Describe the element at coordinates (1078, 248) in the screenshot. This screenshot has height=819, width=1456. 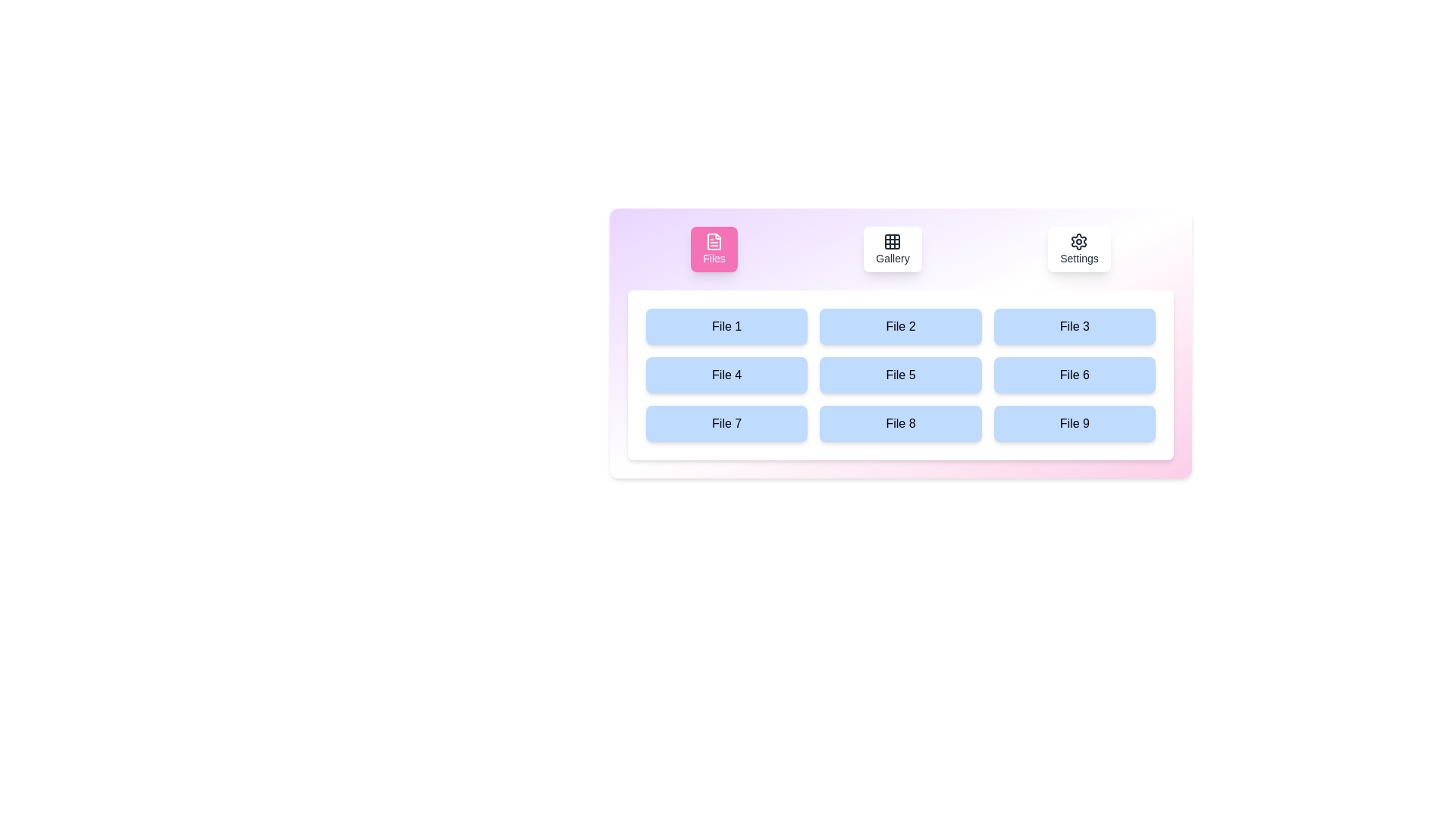
I see `the Settings tab by clicking its button` at that location.